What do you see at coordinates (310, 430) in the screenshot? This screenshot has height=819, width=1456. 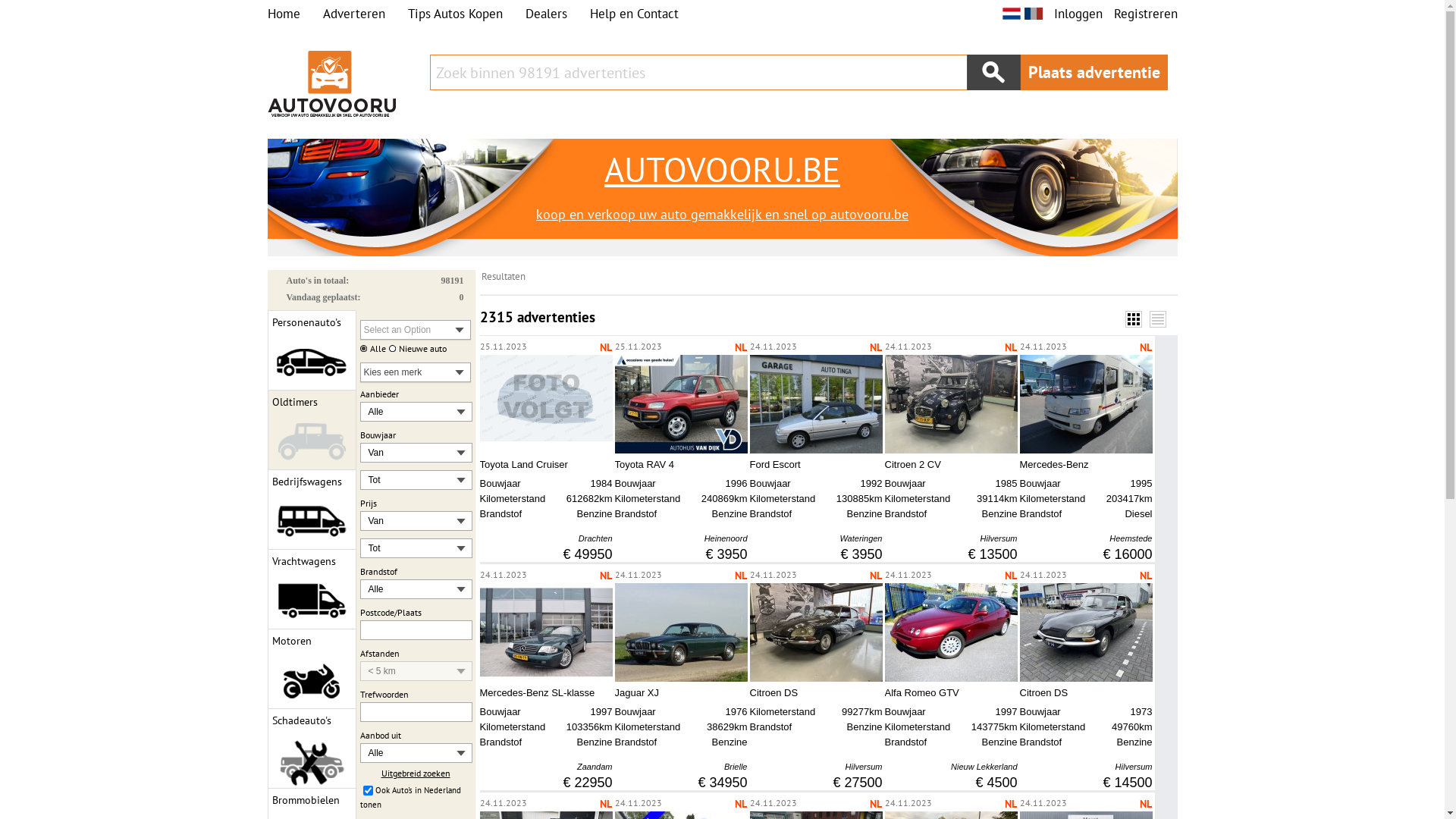 I see `'Oldtimers'` at bounding box center [310, 430].